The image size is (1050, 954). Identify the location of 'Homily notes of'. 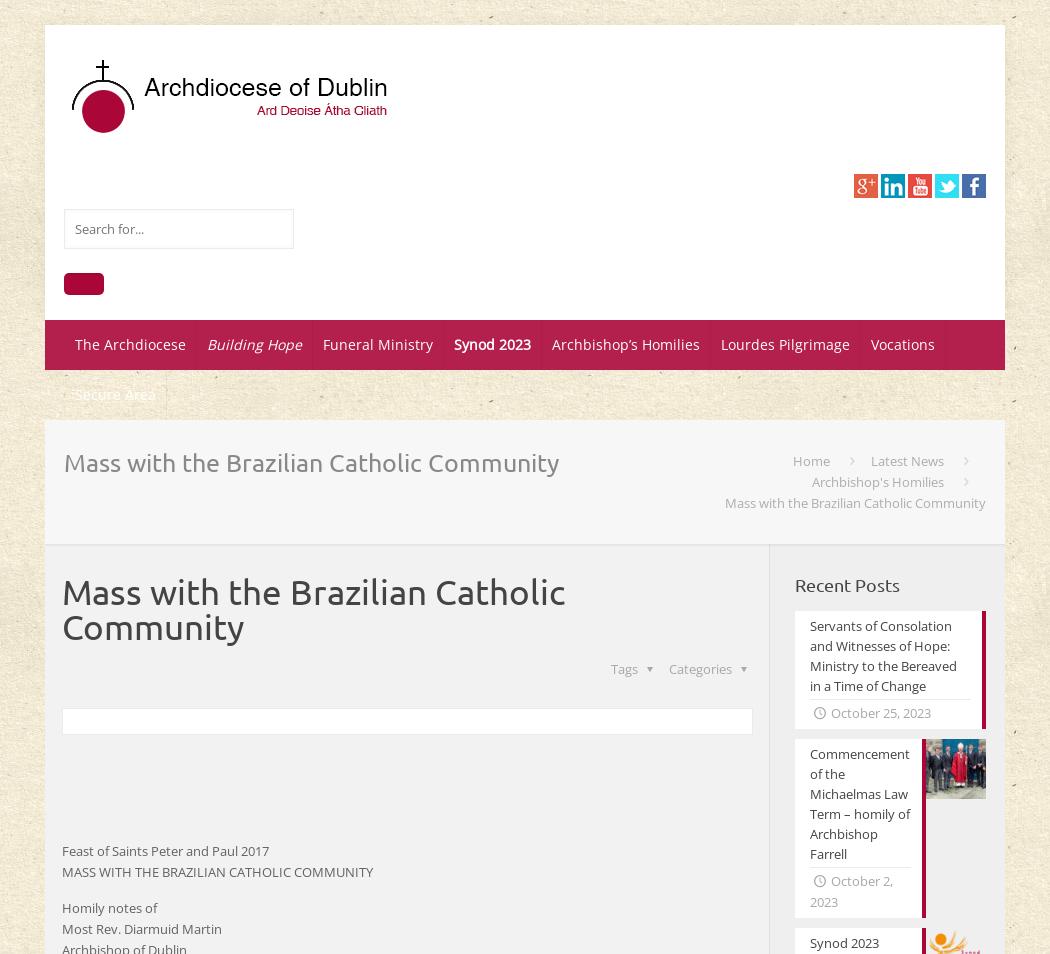
(109, 908).